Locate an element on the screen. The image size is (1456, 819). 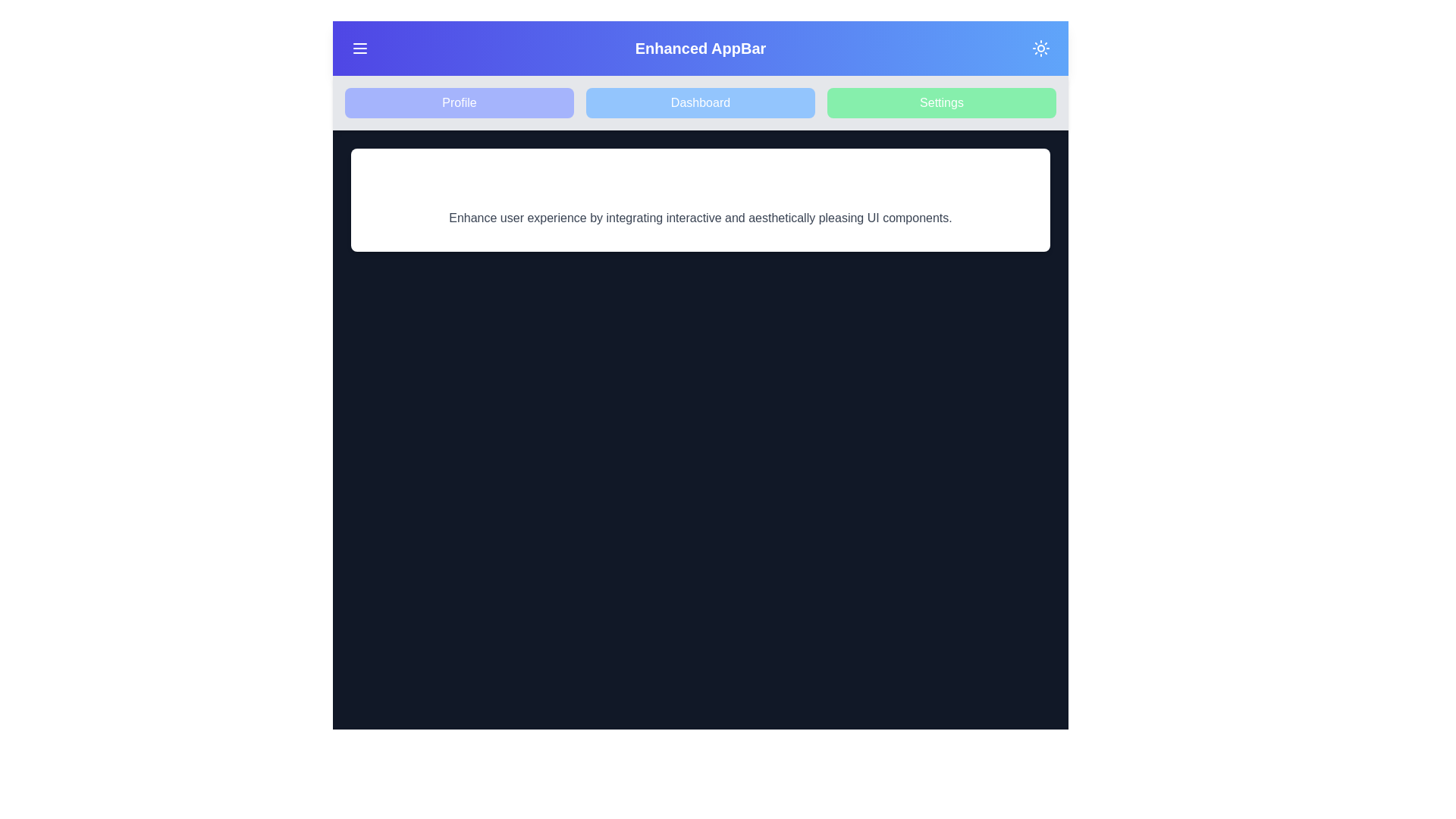
the navigation item Profile is located at coordinates (458, 102).